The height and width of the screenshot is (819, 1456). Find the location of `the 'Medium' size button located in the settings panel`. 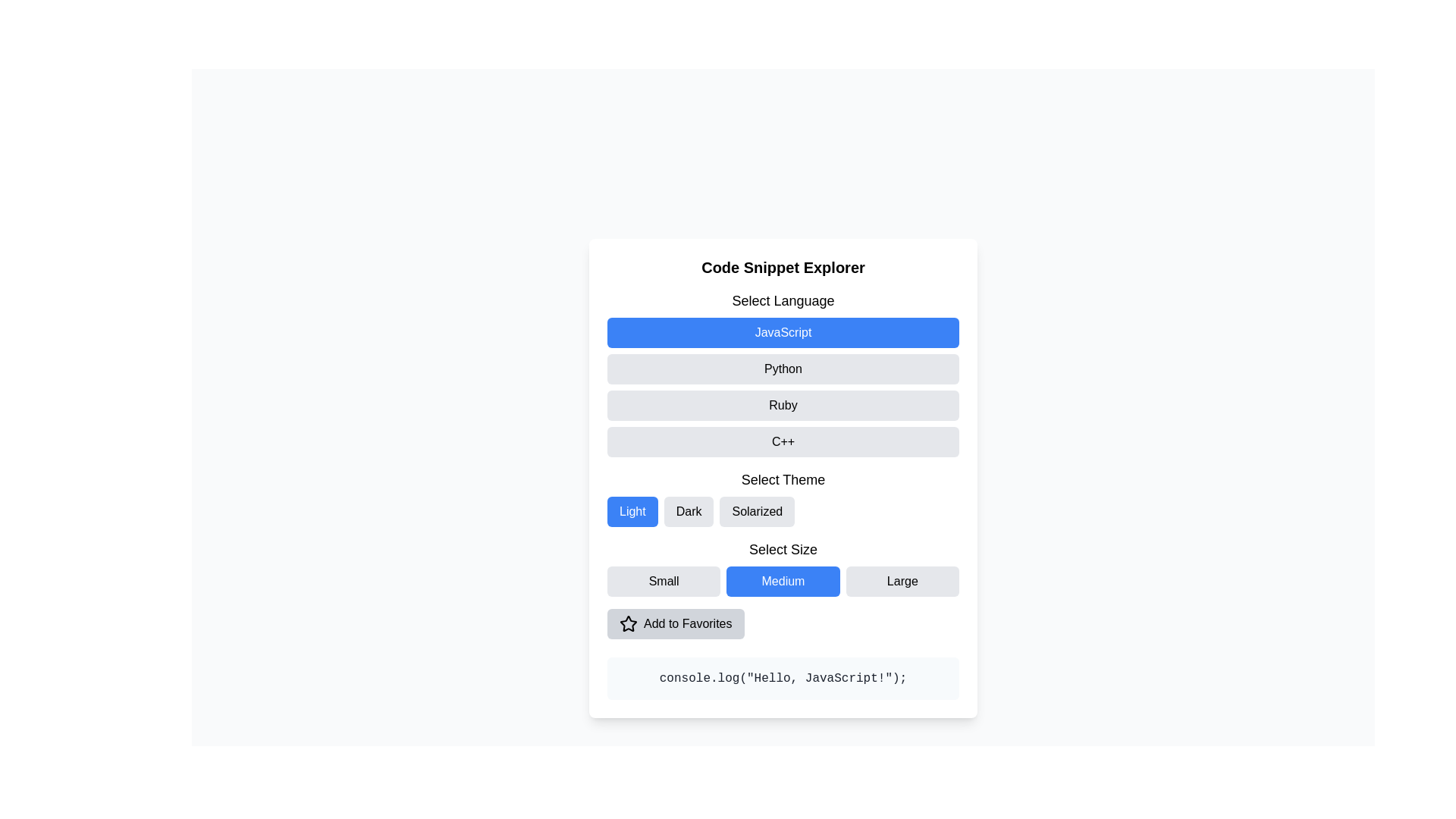

the 'Medium' size button located in the settings panel is located at coordinates (783, 581).